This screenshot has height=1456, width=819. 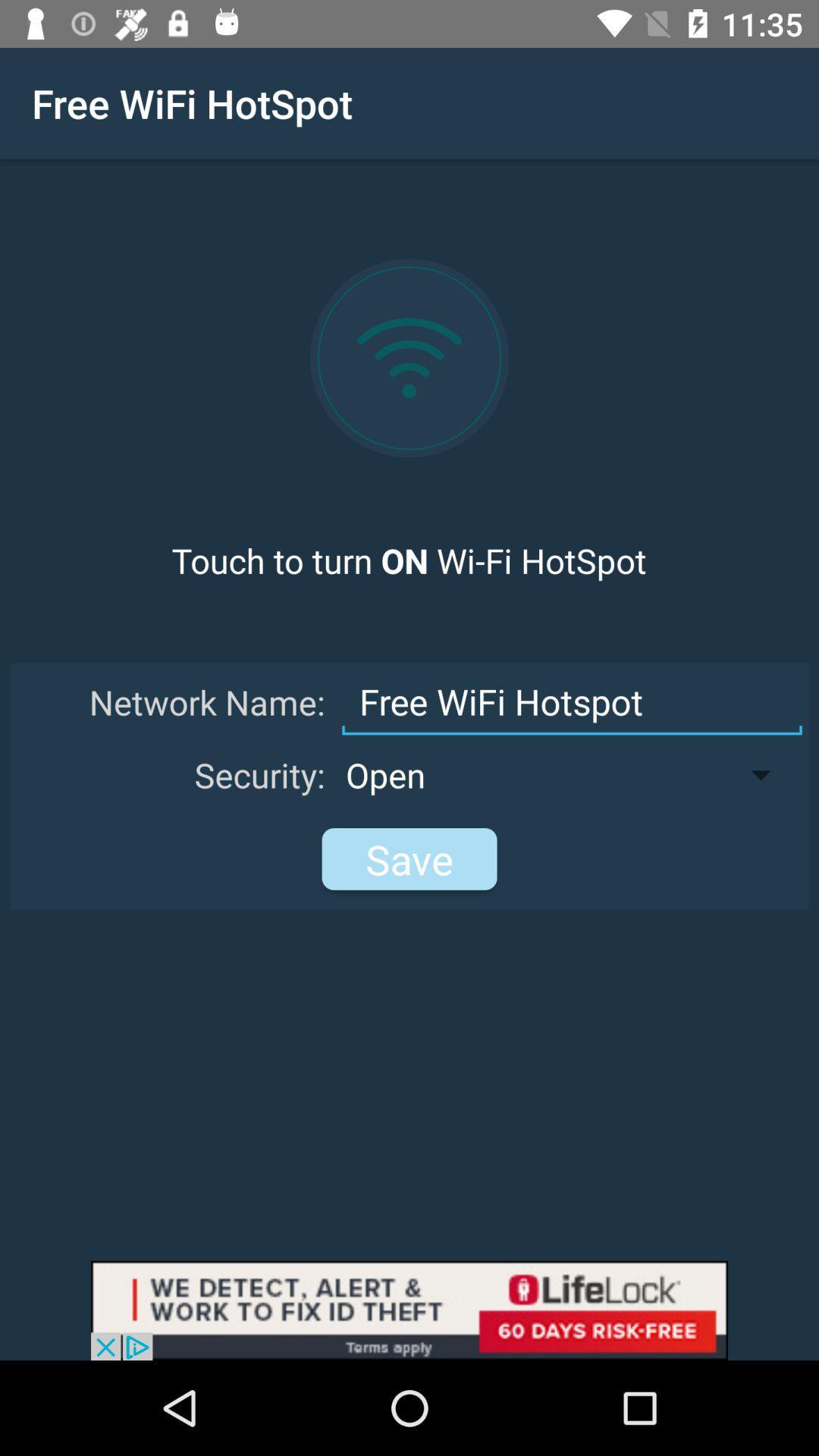 What do you see at coordinates (409, 1310) in the screenshot?
I see `click box` at bounding box center [409, 1310].